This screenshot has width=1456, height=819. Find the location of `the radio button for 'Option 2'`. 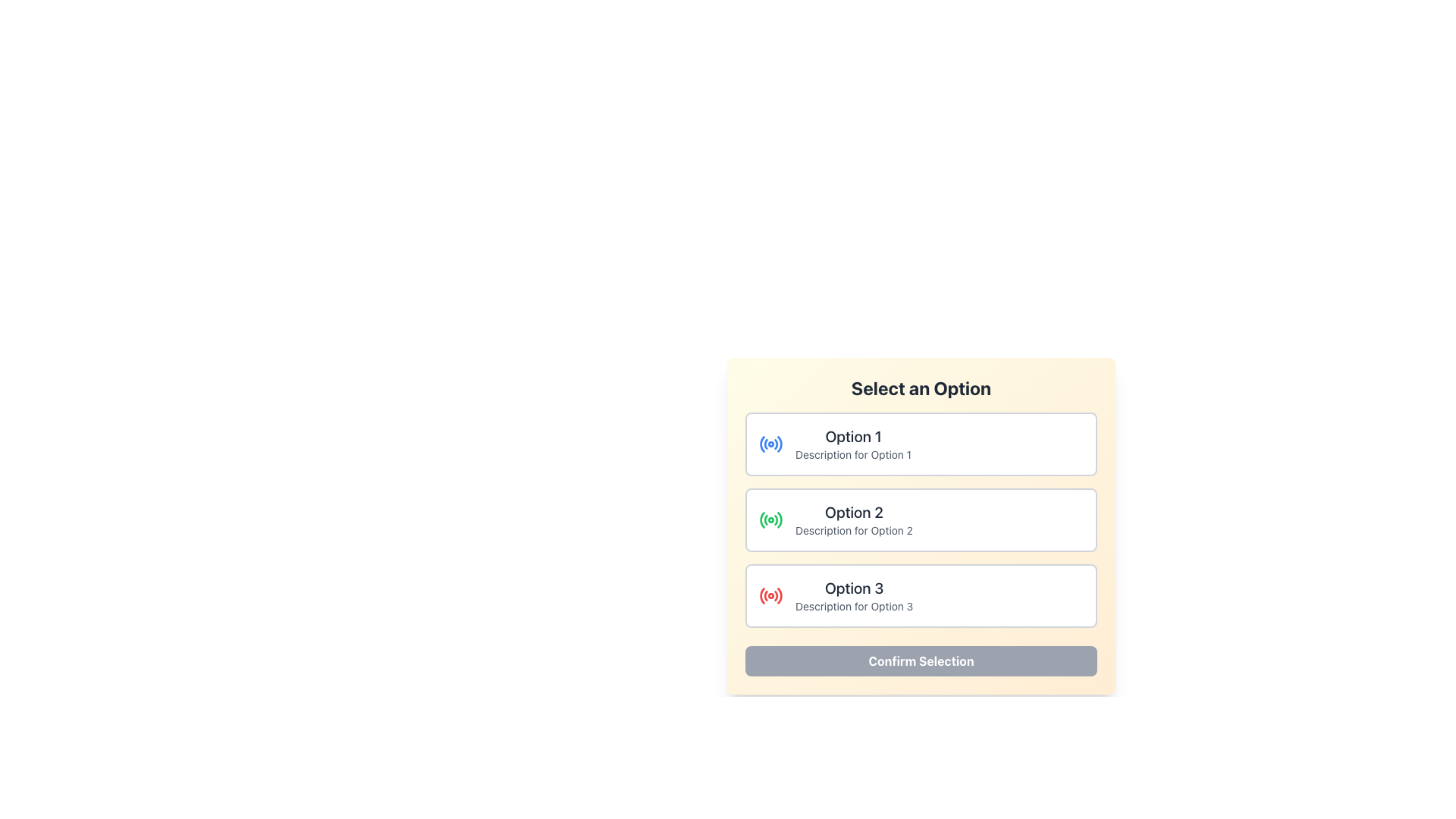

the radio button for 'Option 2' is located at coordinates (771, 519).